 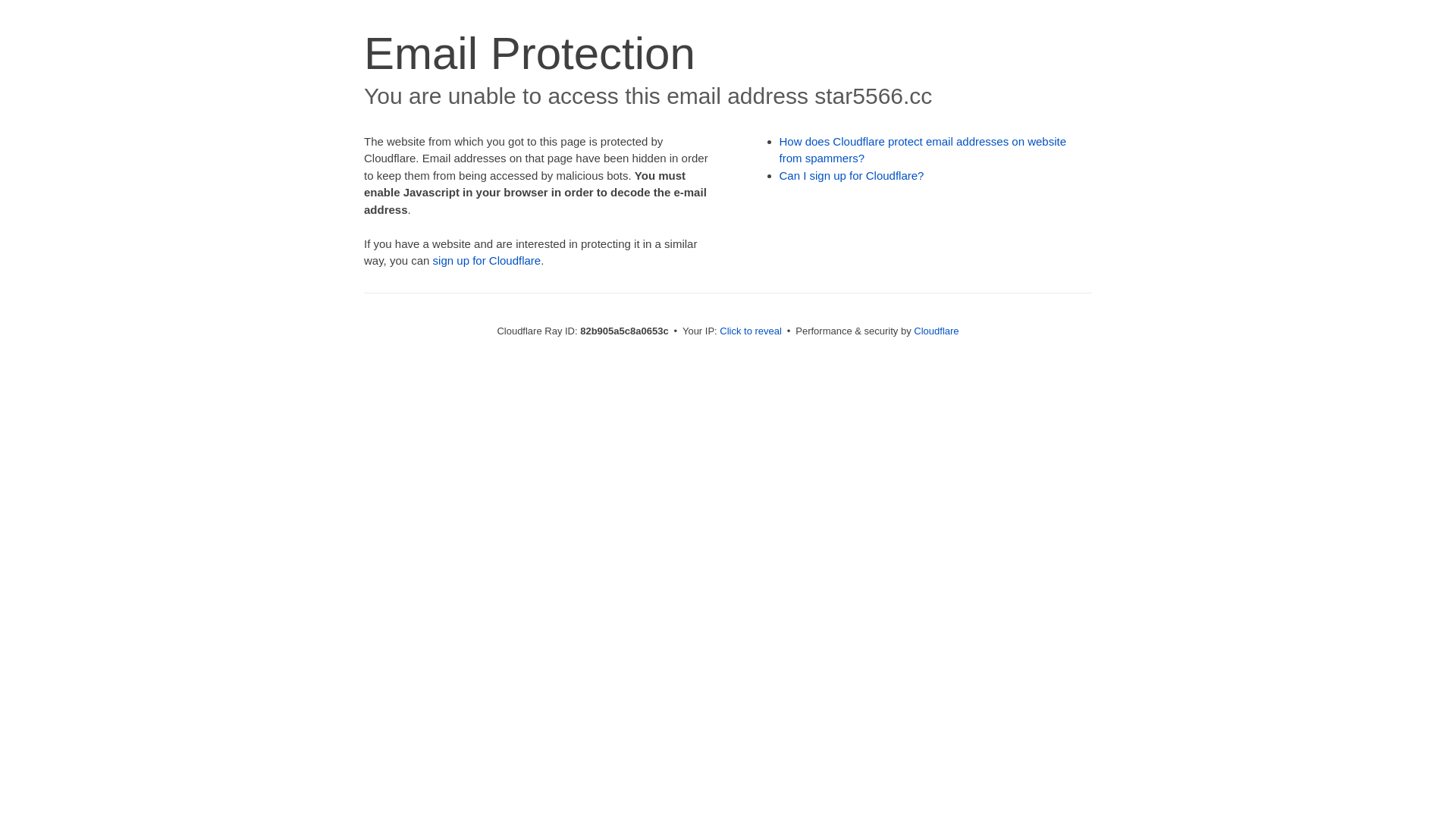 What do you see at coordinates (935, 330) in the screenshot?
I see `'Cloudflare'` at bounding box center [935, 330].